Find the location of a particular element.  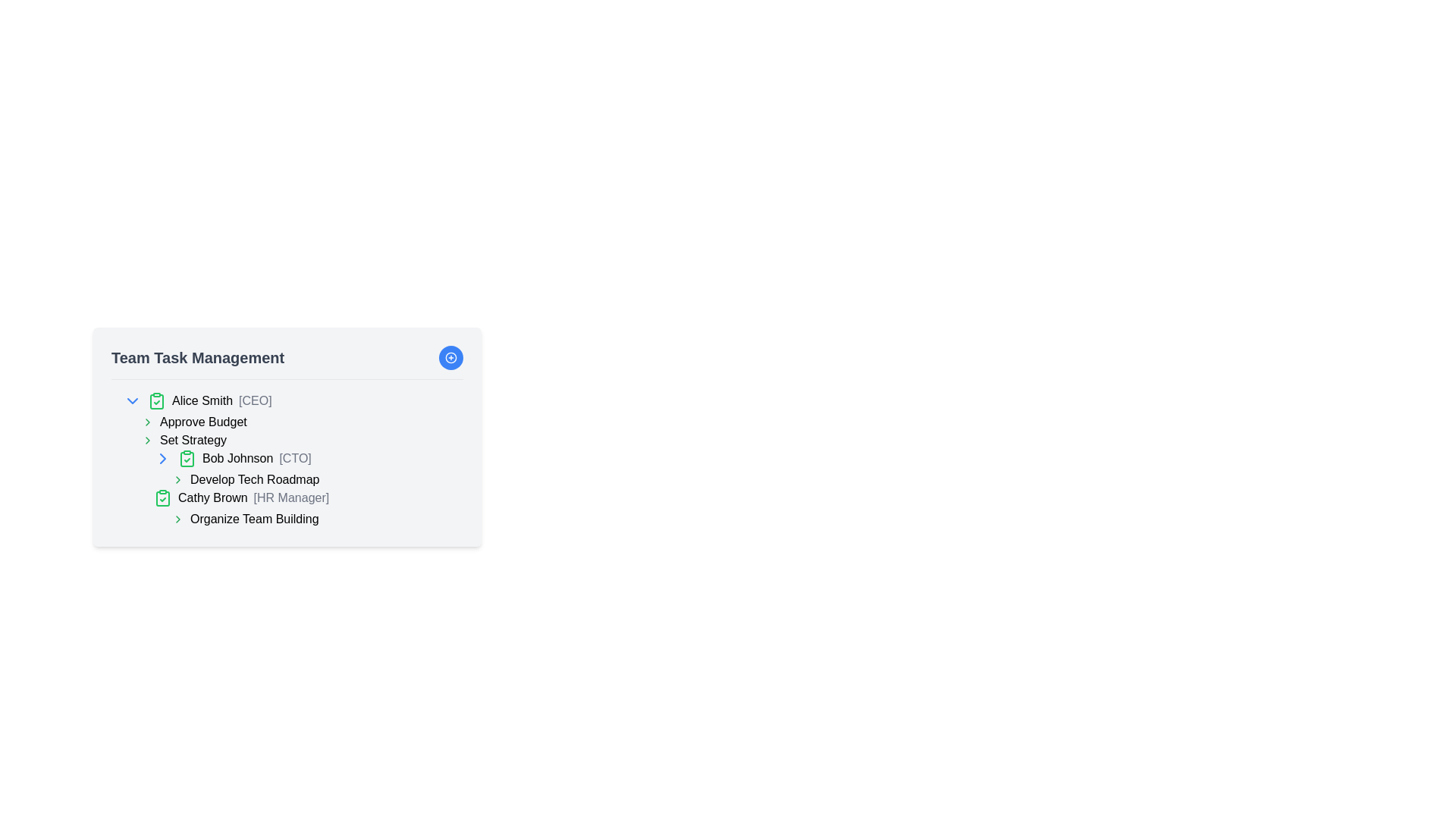

the 'Cathy Brown' text label element, which is styled with a medium-weight font and located under the '[HR Manager]' entry in a hierarchical list interface is located at coordinates (212, 497).